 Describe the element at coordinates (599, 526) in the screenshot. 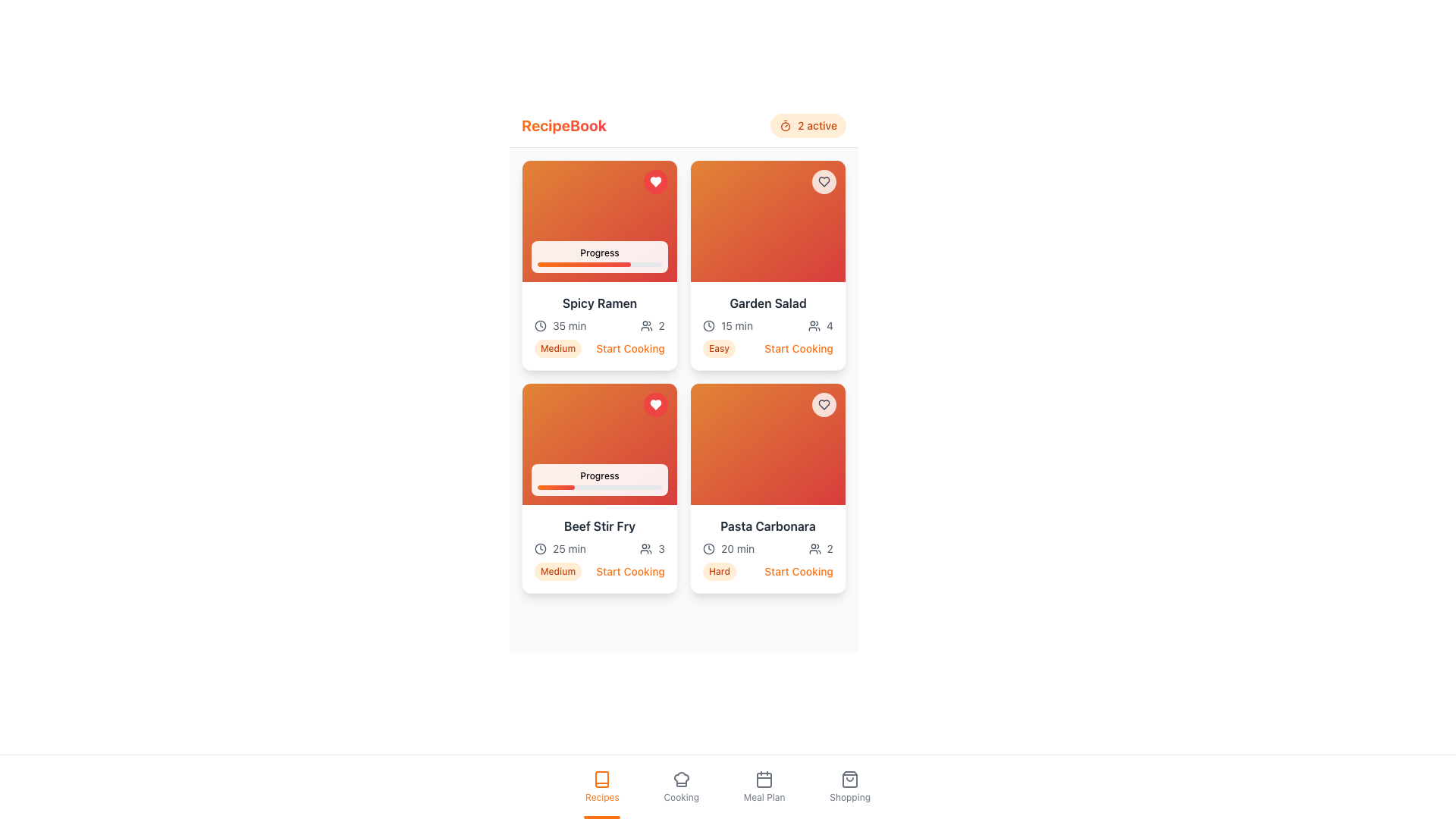

I see `the text label displaying 'Beef Stir Fry' in bold dark-gray font, located in the bottom left quadrant of the recipe card layout` at that location.